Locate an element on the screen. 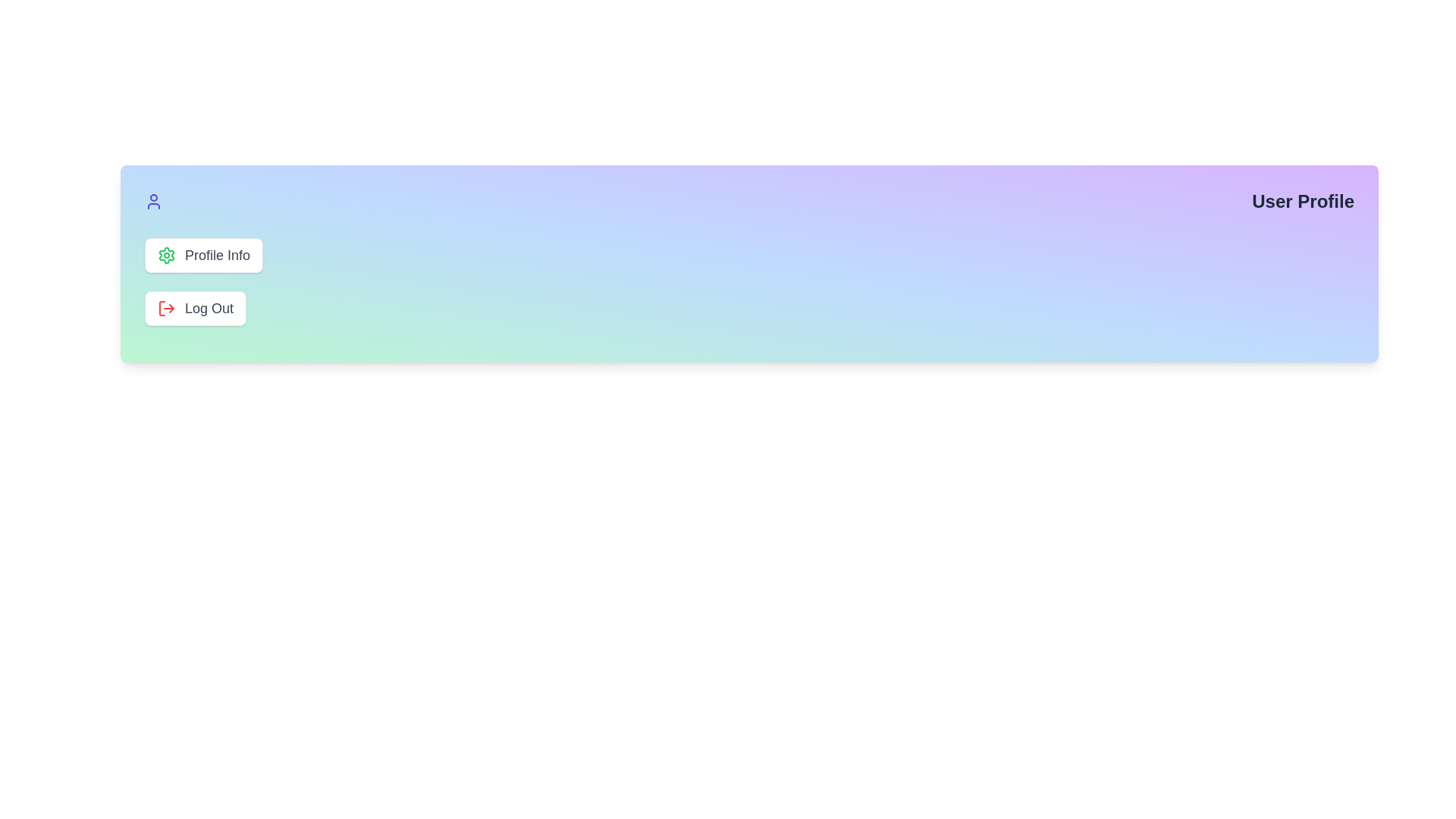 The width and height of the screenshot is (1456, 819). the user icon to toggle the visibility of the menu is located at coordinates (153, 201).